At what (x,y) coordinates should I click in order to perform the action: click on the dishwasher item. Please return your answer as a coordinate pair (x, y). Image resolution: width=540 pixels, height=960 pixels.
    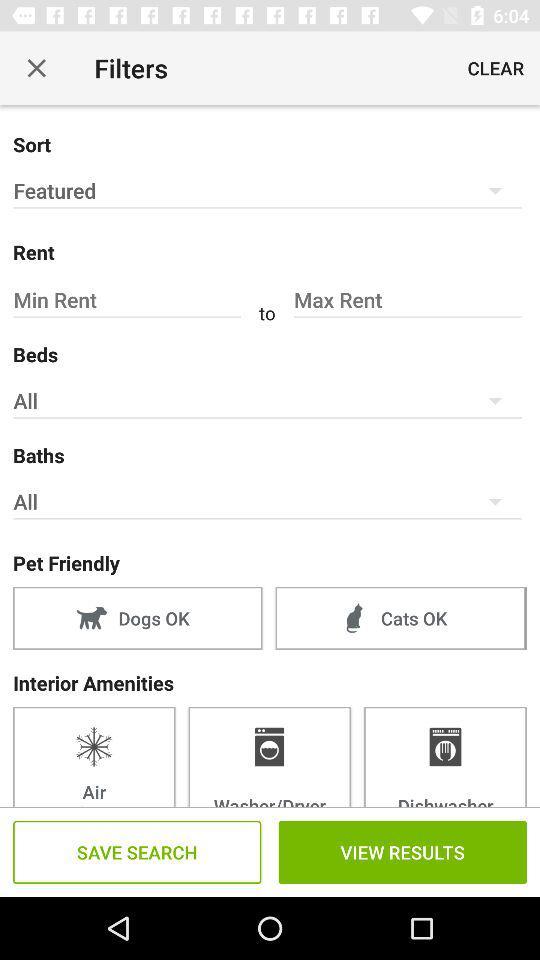
    Looking at the image, I should click on (445, 755).